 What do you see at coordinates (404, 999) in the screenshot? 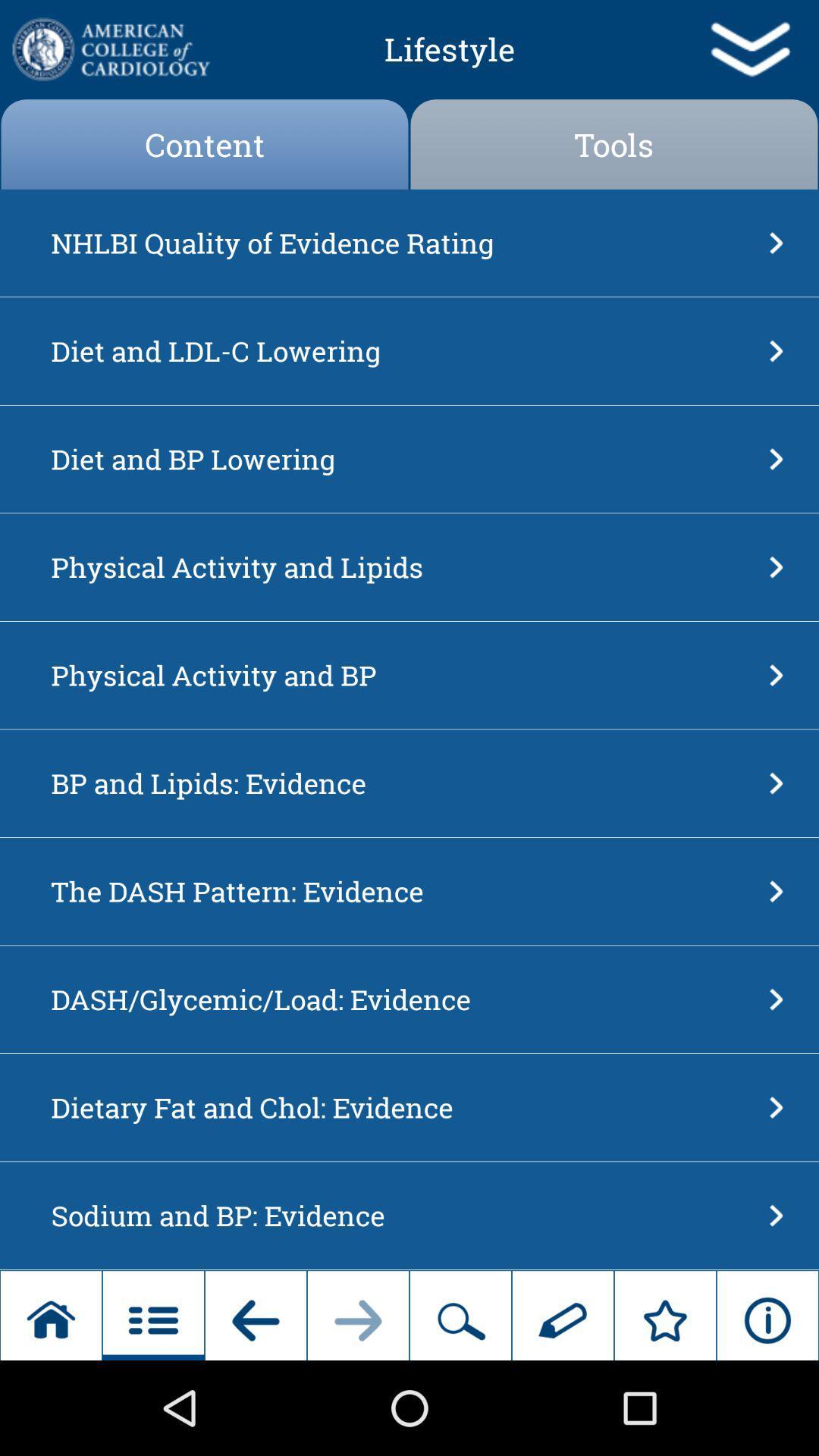
I see `dash glycemic load icon` at bounding box center [404, 999].